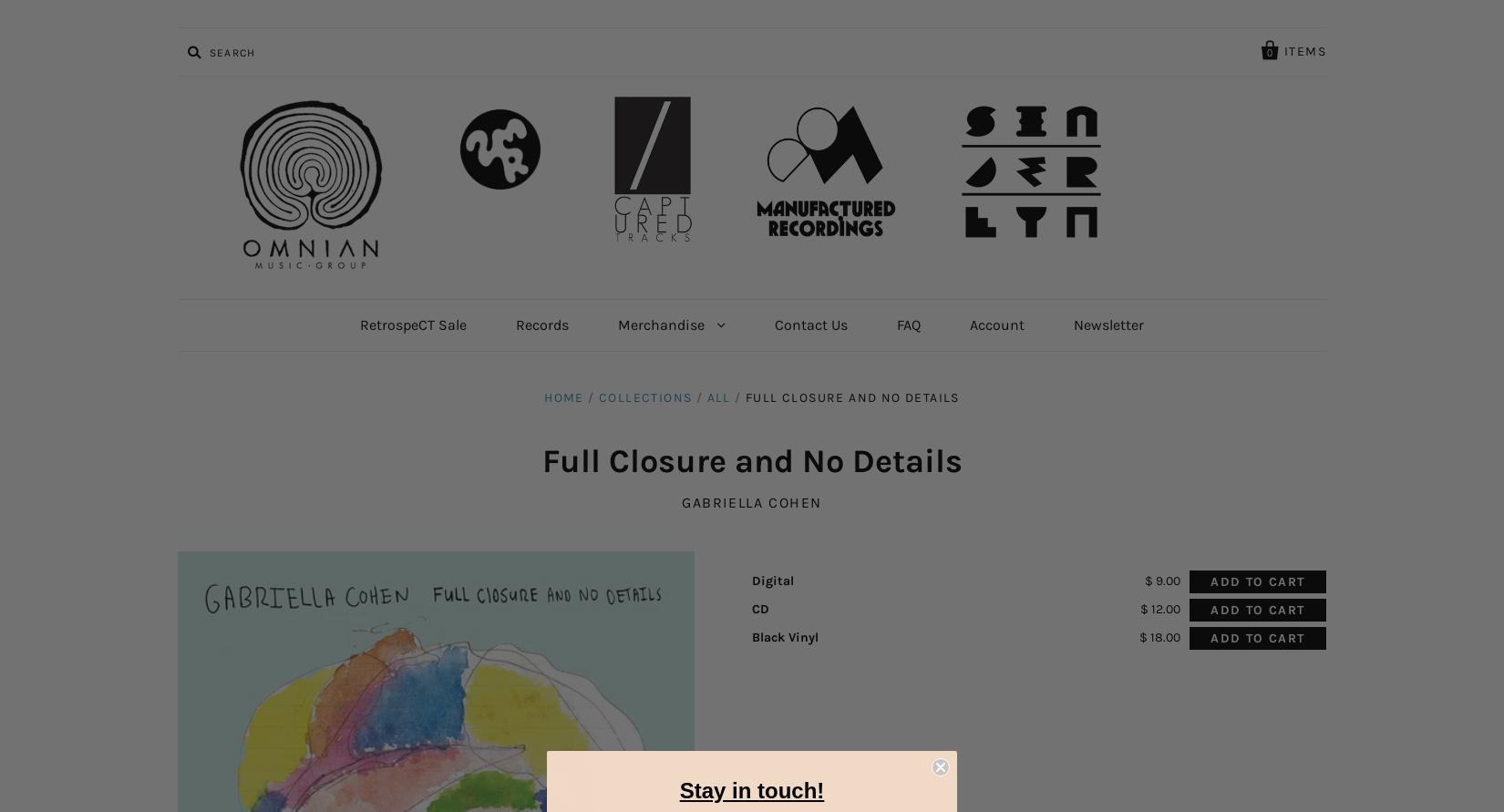 Image resolution: width=1504 pixels, height=812 pixels. Describe the element at coordinates (514, 324) in the screenshot. I see `'Records'` at that location.